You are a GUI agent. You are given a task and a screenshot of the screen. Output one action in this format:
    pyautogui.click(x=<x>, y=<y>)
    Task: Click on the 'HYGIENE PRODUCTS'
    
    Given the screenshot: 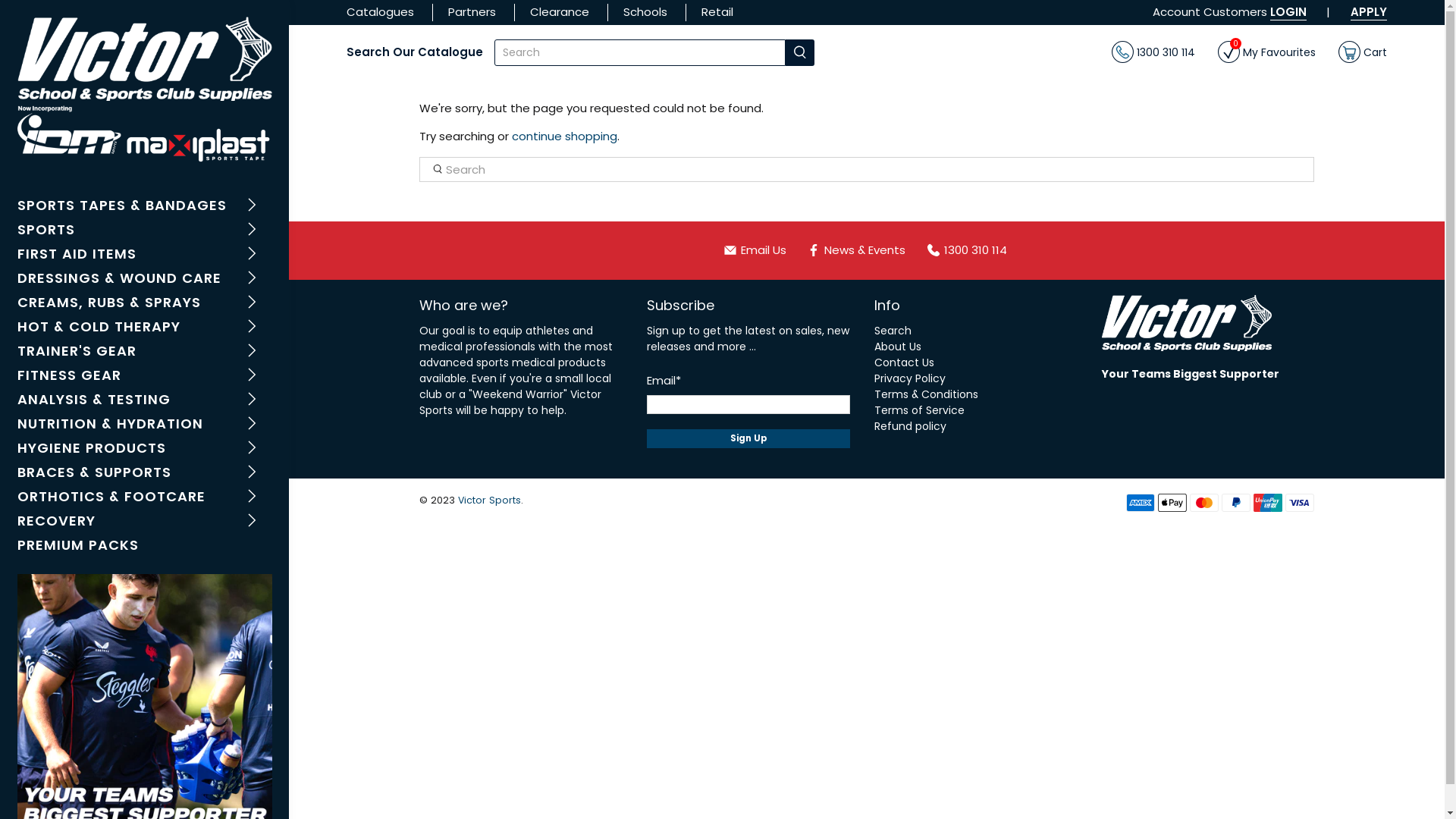 What is the action you would take?
    pyautogui.click(x=144, y=449)
    